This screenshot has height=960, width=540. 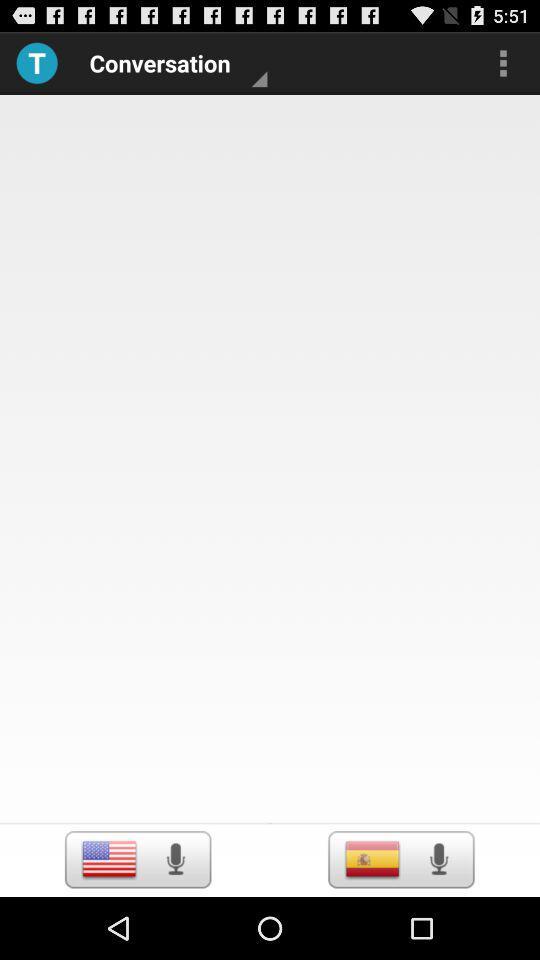 What do you see at coordinates (372, 858) in the screenshot?
I see `spain flag` at bounding box center [372, 858].